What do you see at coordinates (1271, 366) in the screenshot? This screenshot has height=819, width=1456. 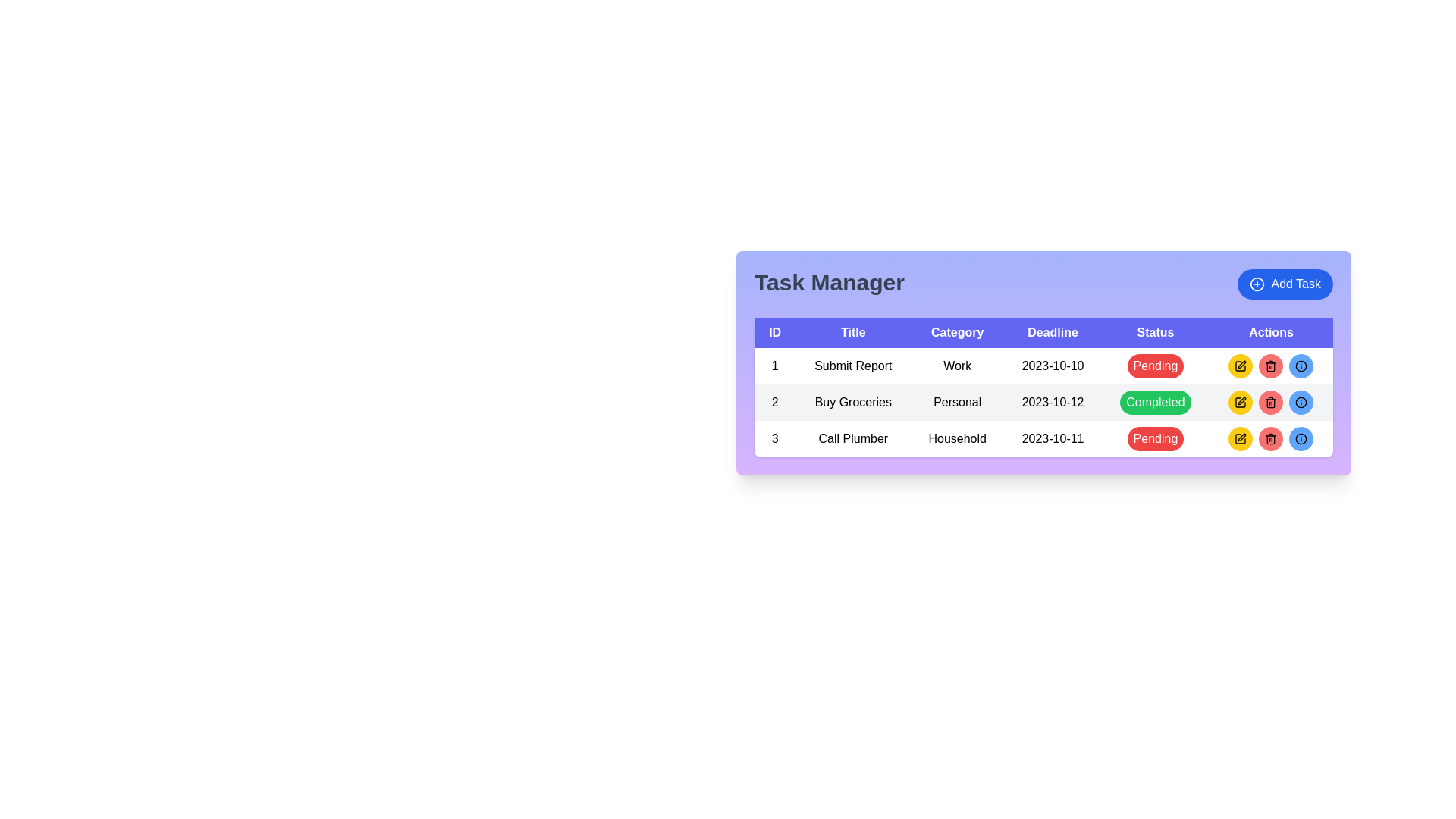 I see `the second button in the 'Actions' column of the first row in the task management table` at bounding box center [1271, 366].